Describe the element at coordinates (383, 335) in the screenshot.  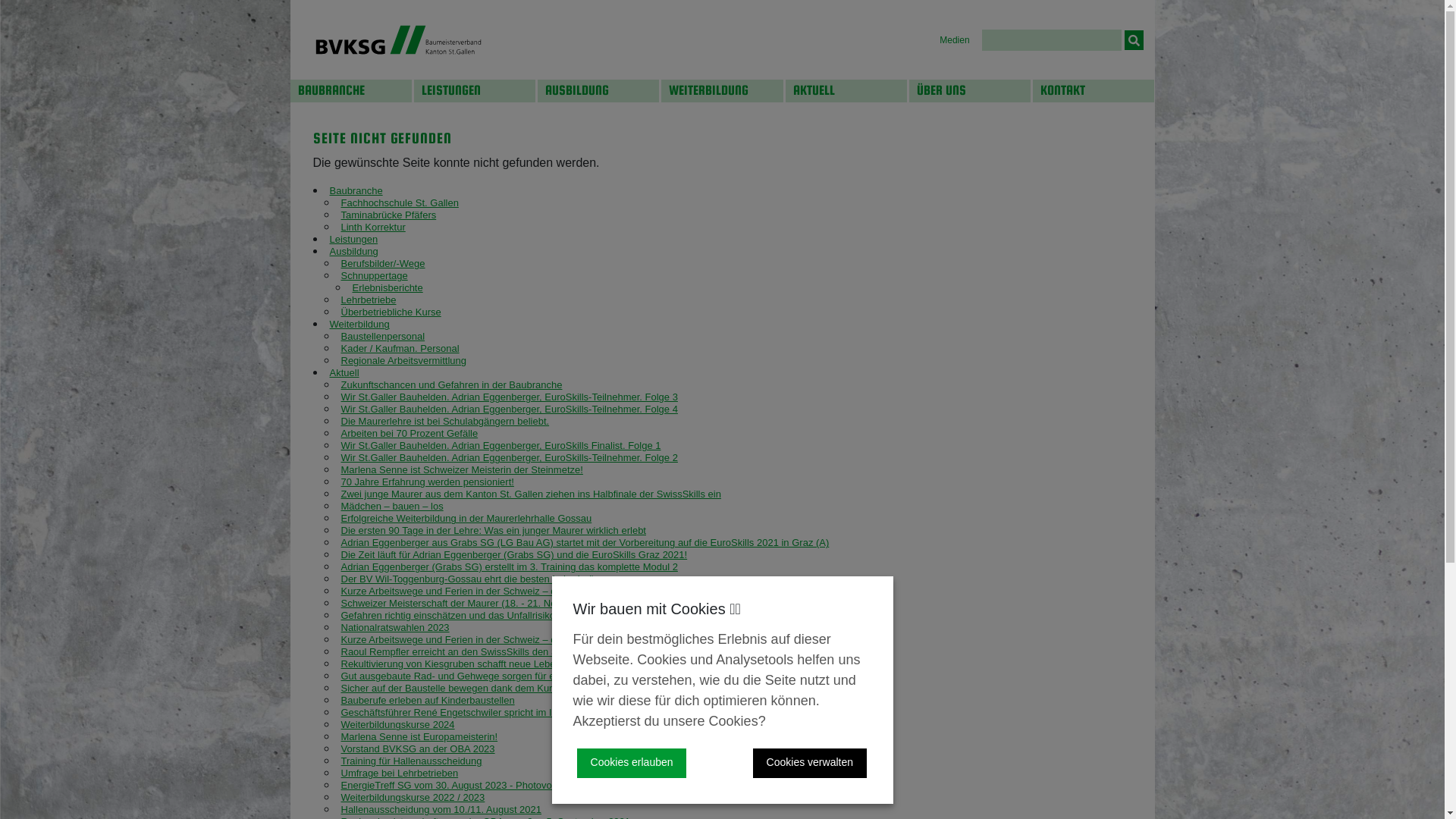
I see `'Baustellenpersonal'` at that location.